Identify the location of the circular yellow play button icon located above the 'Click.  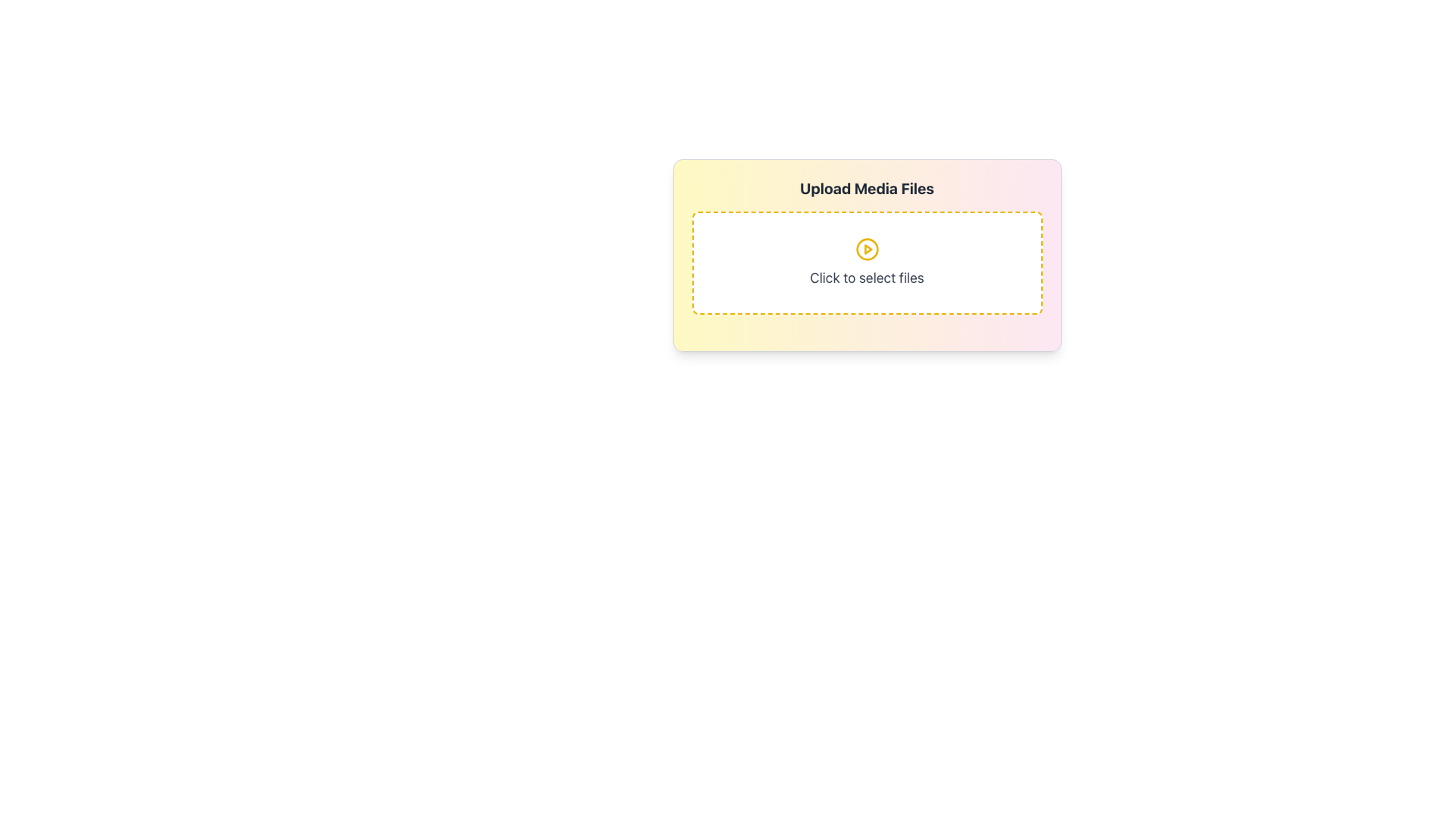
(867, 248).